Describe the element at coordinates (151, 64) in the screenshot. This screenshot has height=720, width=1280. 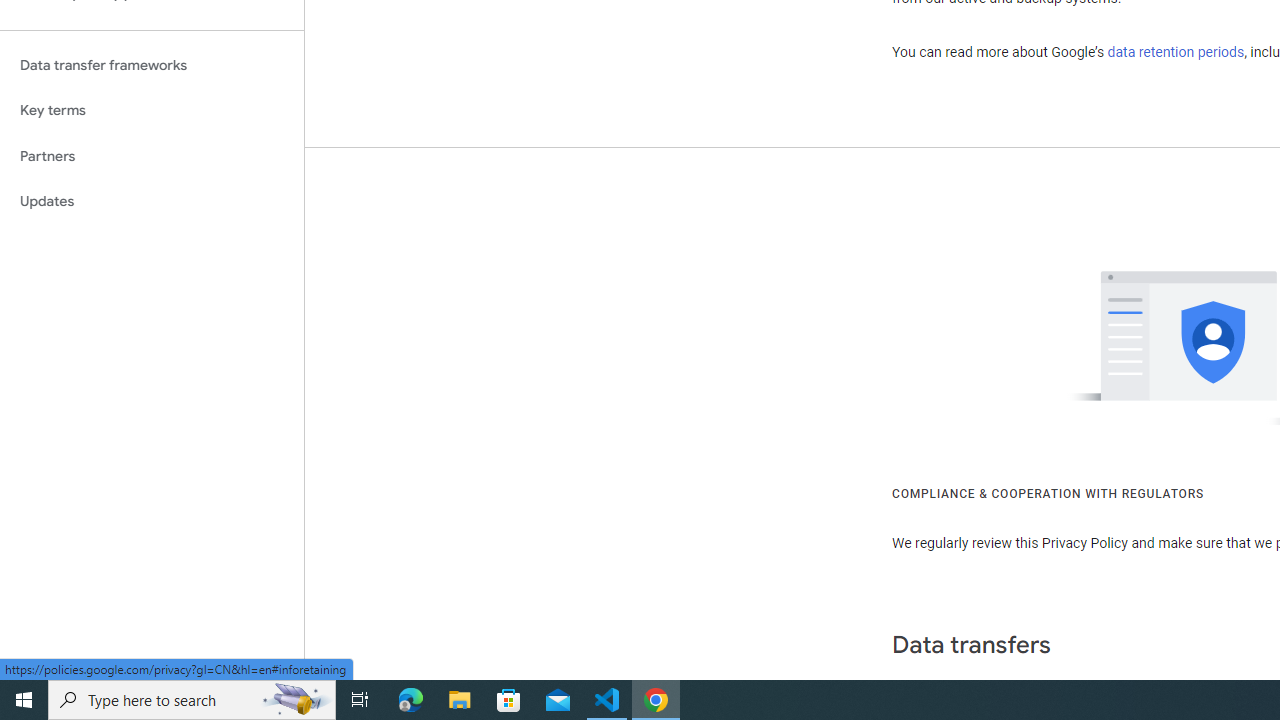
I see `'Data transfer frameworks'` at that location.